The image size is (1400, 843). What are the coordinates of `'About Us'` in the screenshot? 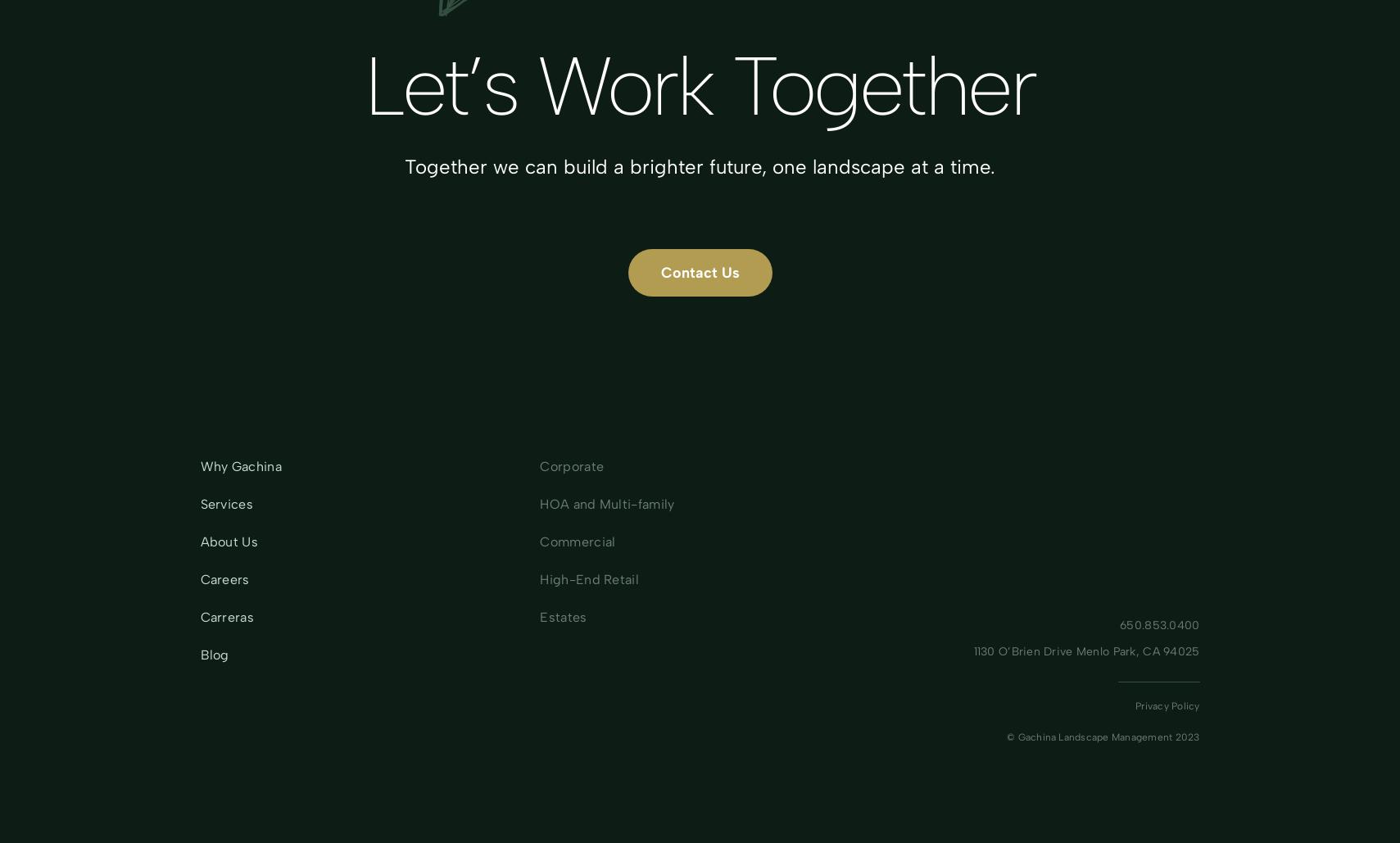 It's located at (228, 541).